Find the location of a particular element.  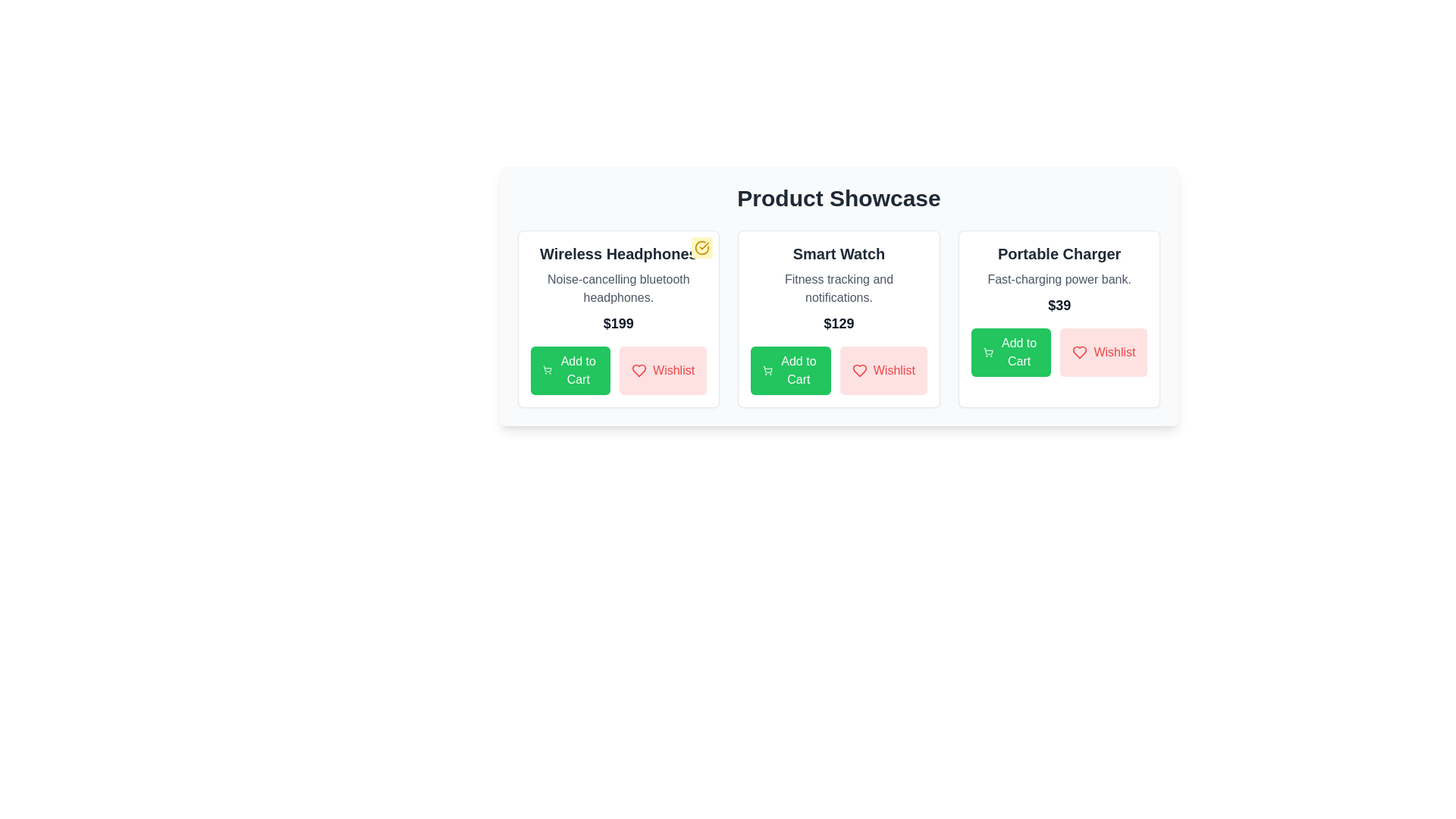

the 'Wishlist' button for the product Portable Charger is located at coordinates (1103, 353).